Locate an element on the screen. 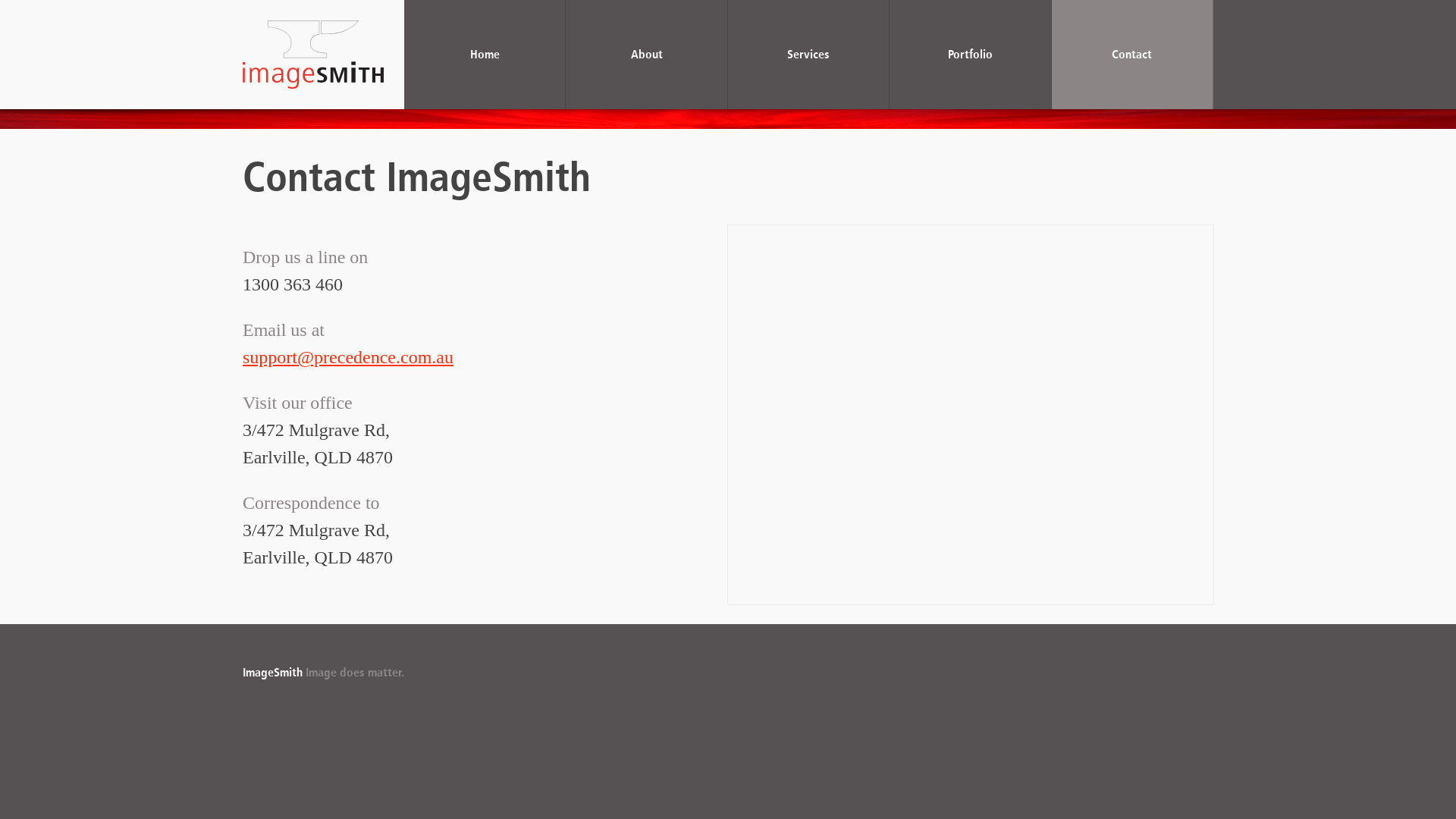 The width and height of the screenshot is (1456, 819). 'Services' is located at coordinates (808, 54).